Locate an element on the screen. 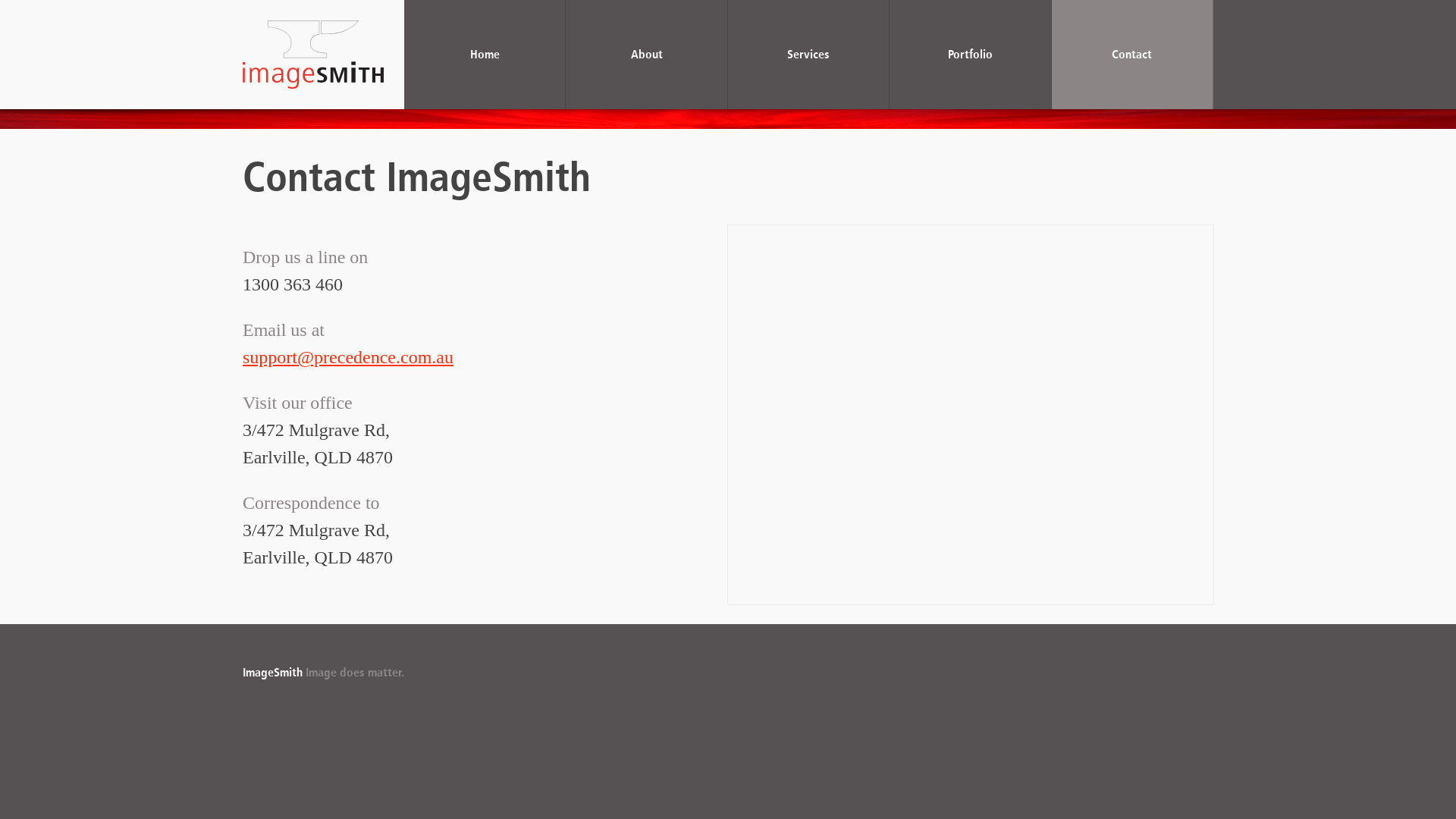 The width and height of the screenshot is (1456, 819). 'Services' is located at coordinates (808, 54).